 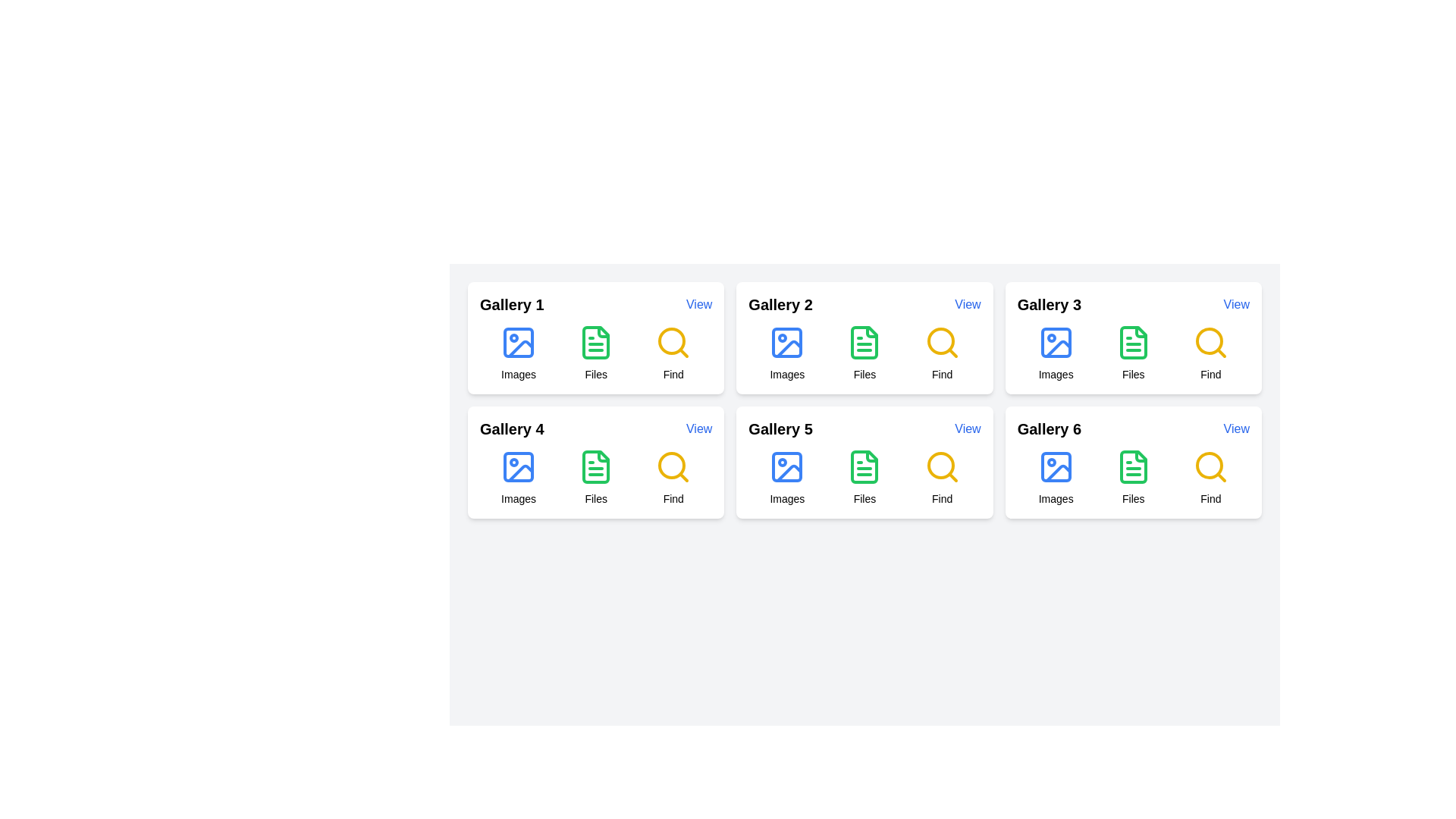 I want to click on the 'Files' selectable icon with a green document representation, so click(x=595, y=353).